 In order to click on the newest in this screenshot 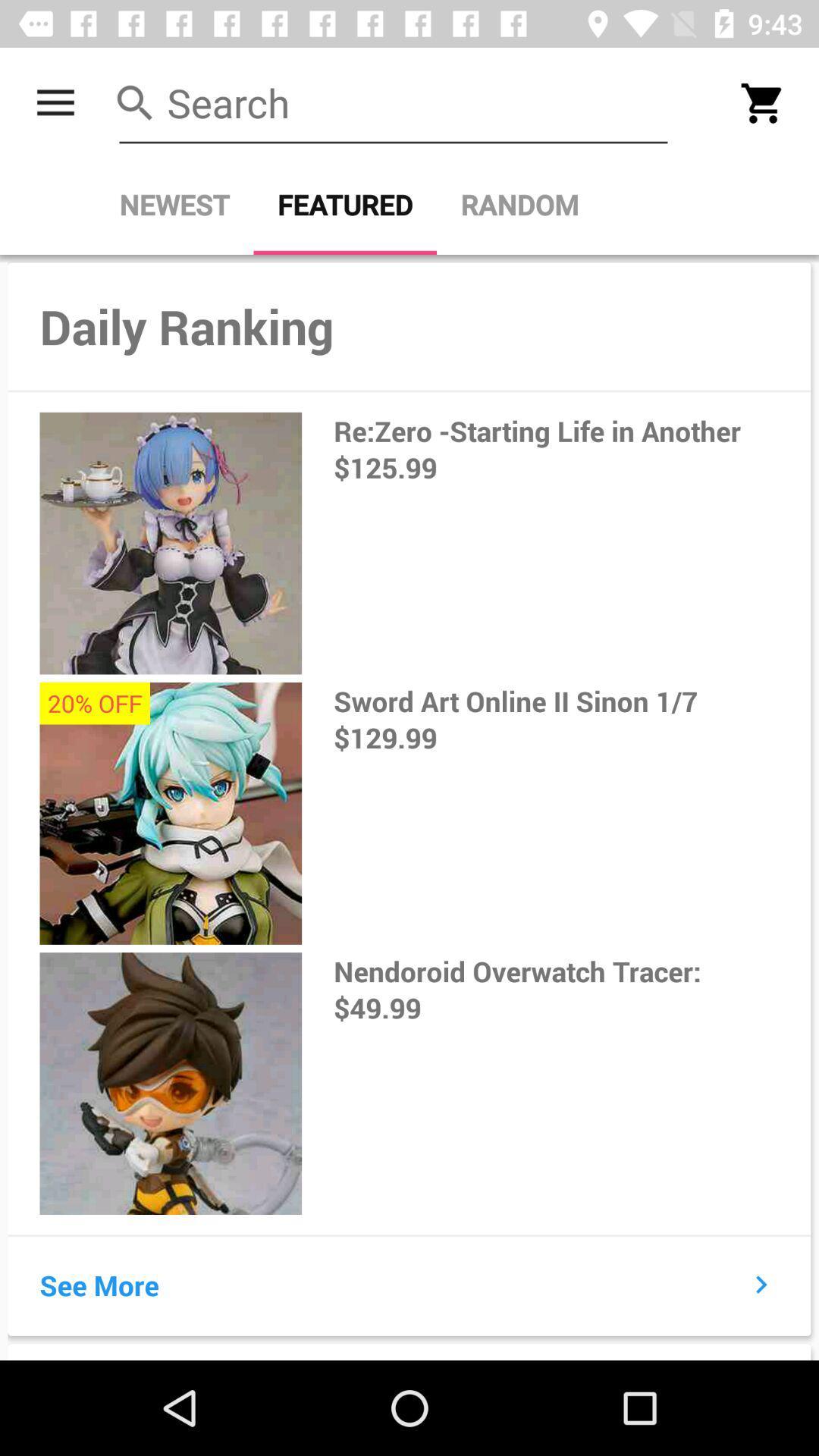, I will do `click(174, 204)`.